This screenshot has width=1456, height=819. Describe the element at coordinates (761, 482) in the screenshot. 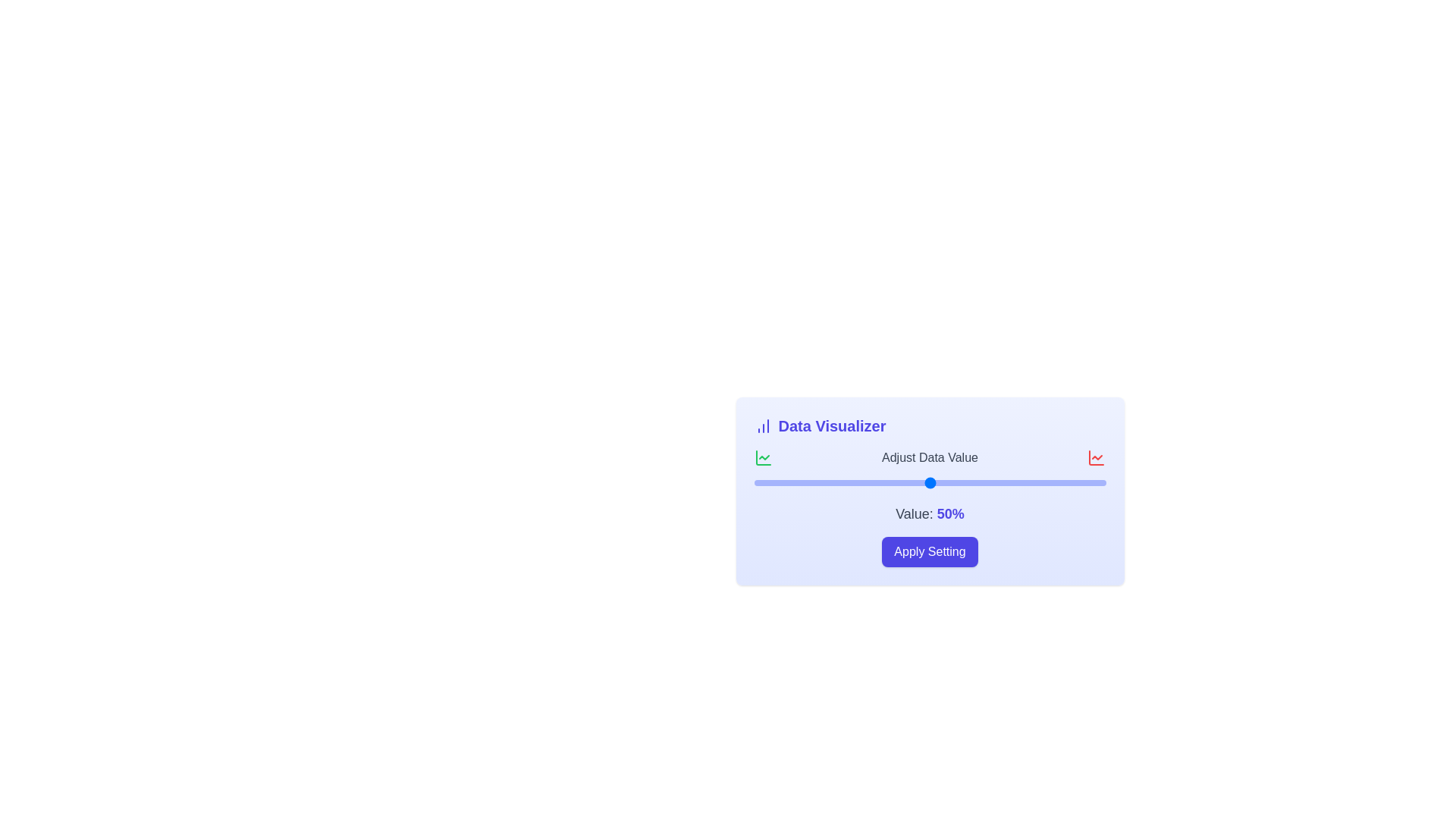

I see `the slider value` at that location.